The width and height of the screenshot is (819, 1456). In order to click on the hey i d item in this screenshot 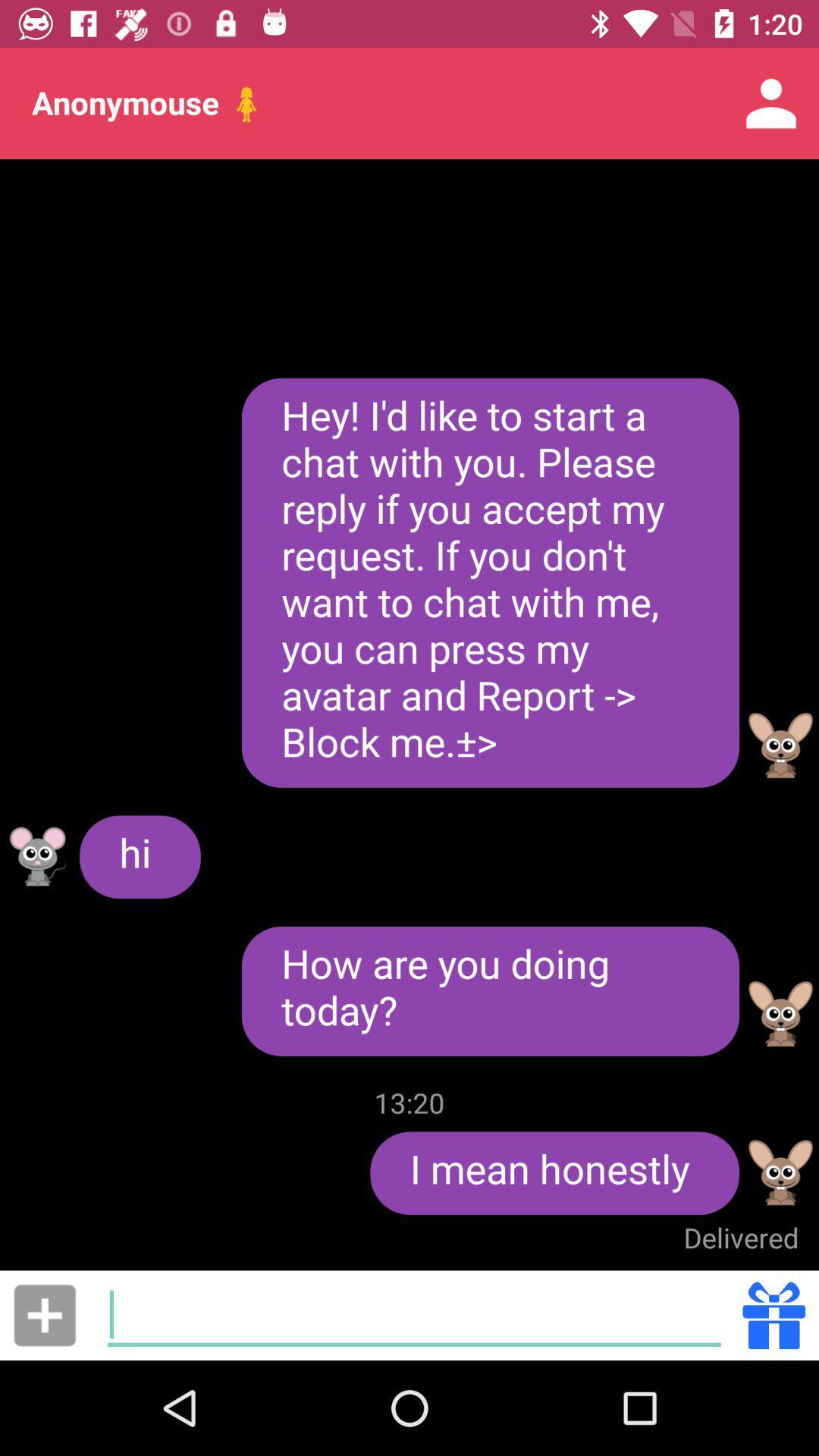, I will do `click(490, 582)`.